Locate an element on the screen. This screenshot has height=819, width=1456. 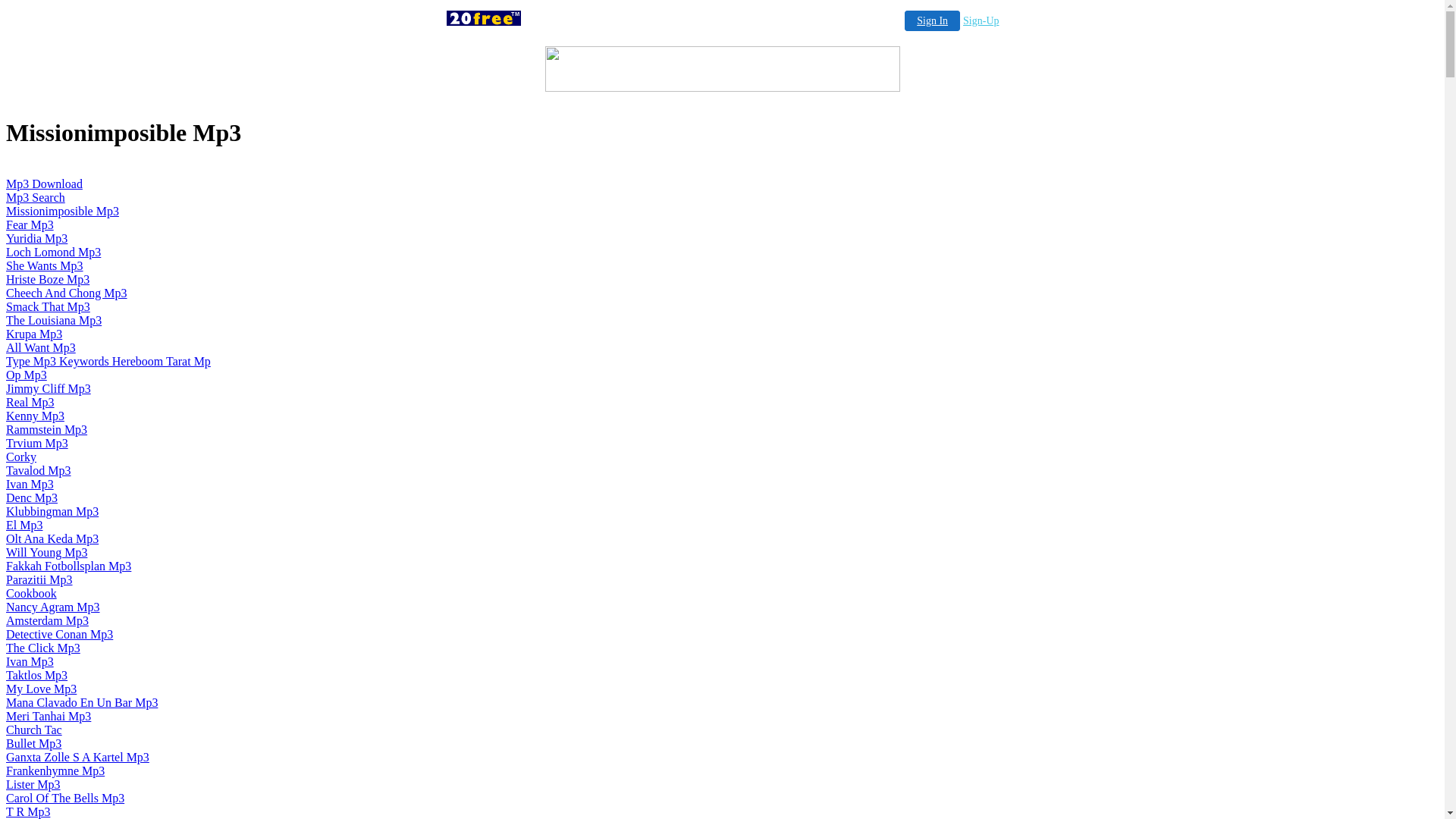
'Smack That Mp3' is located at coordinates (48, 306).